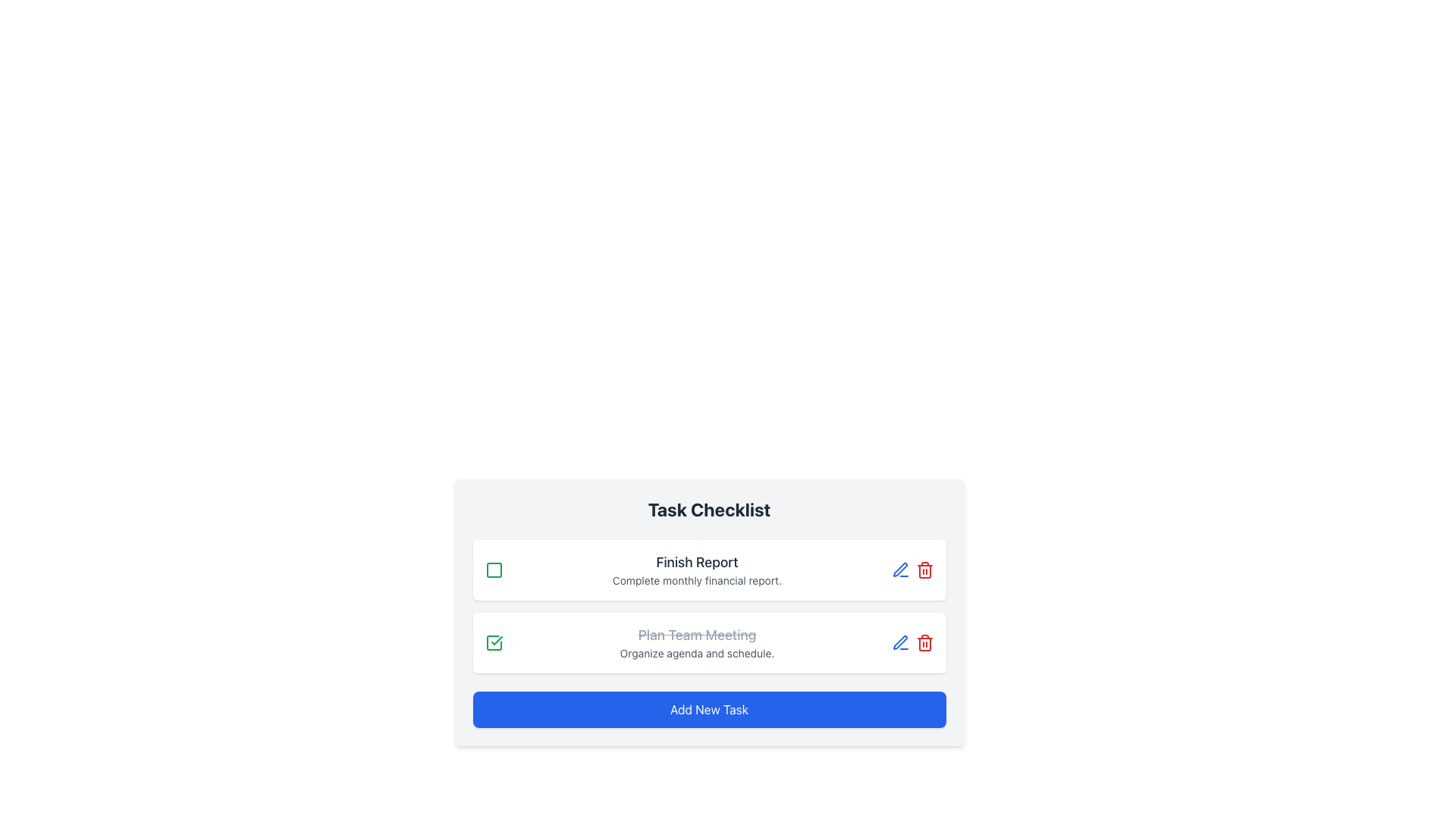 The height and width of the screenshot is (819, 1456). Describe the element at coordinates (900, 643) in the screenshot. I see `the first icon button next to the 'Finish Report' task in the task checklist` at that location.